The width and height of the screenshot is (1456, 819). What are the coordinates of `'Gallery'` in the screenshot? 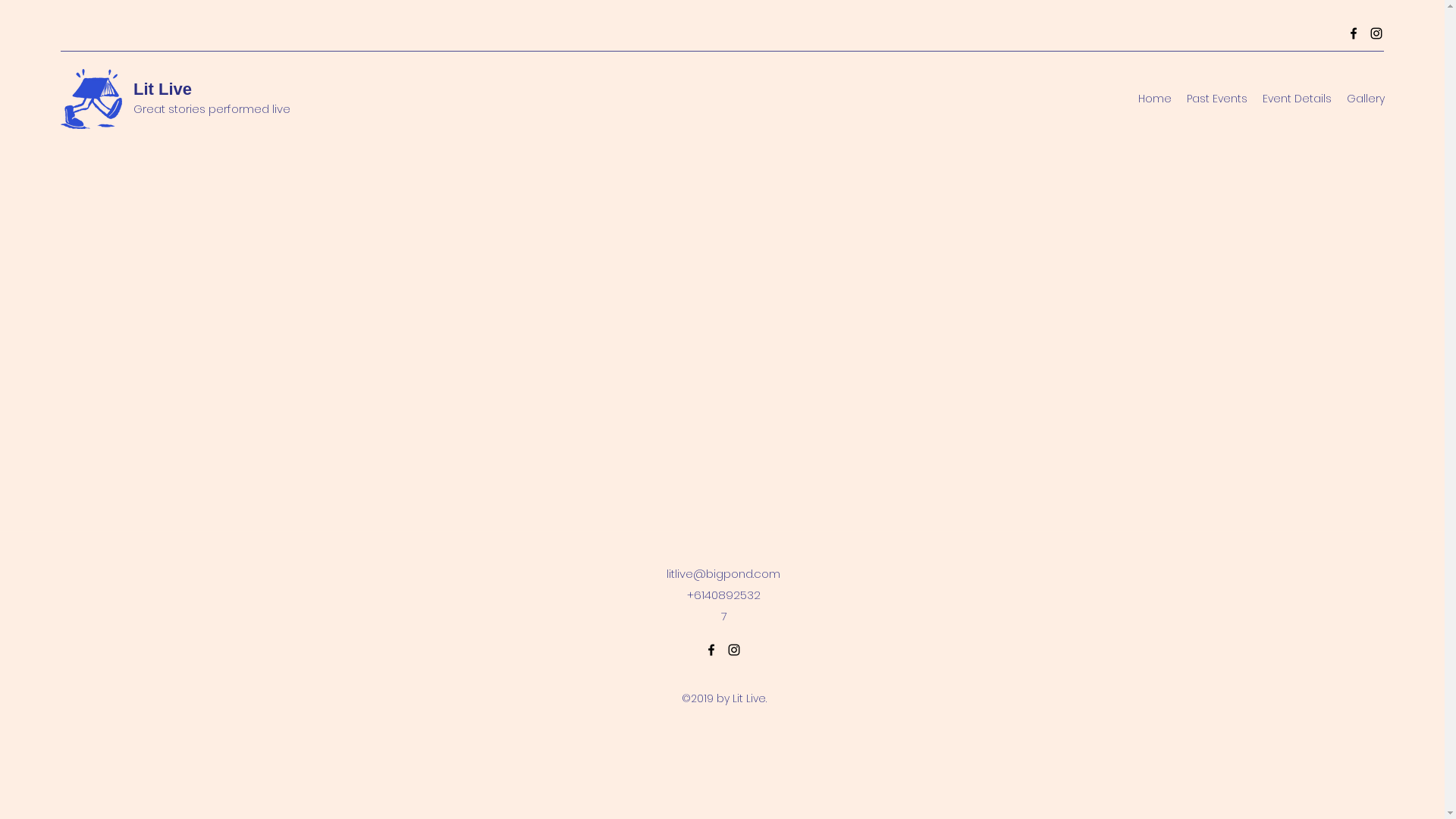 It's located at (1365, 99).